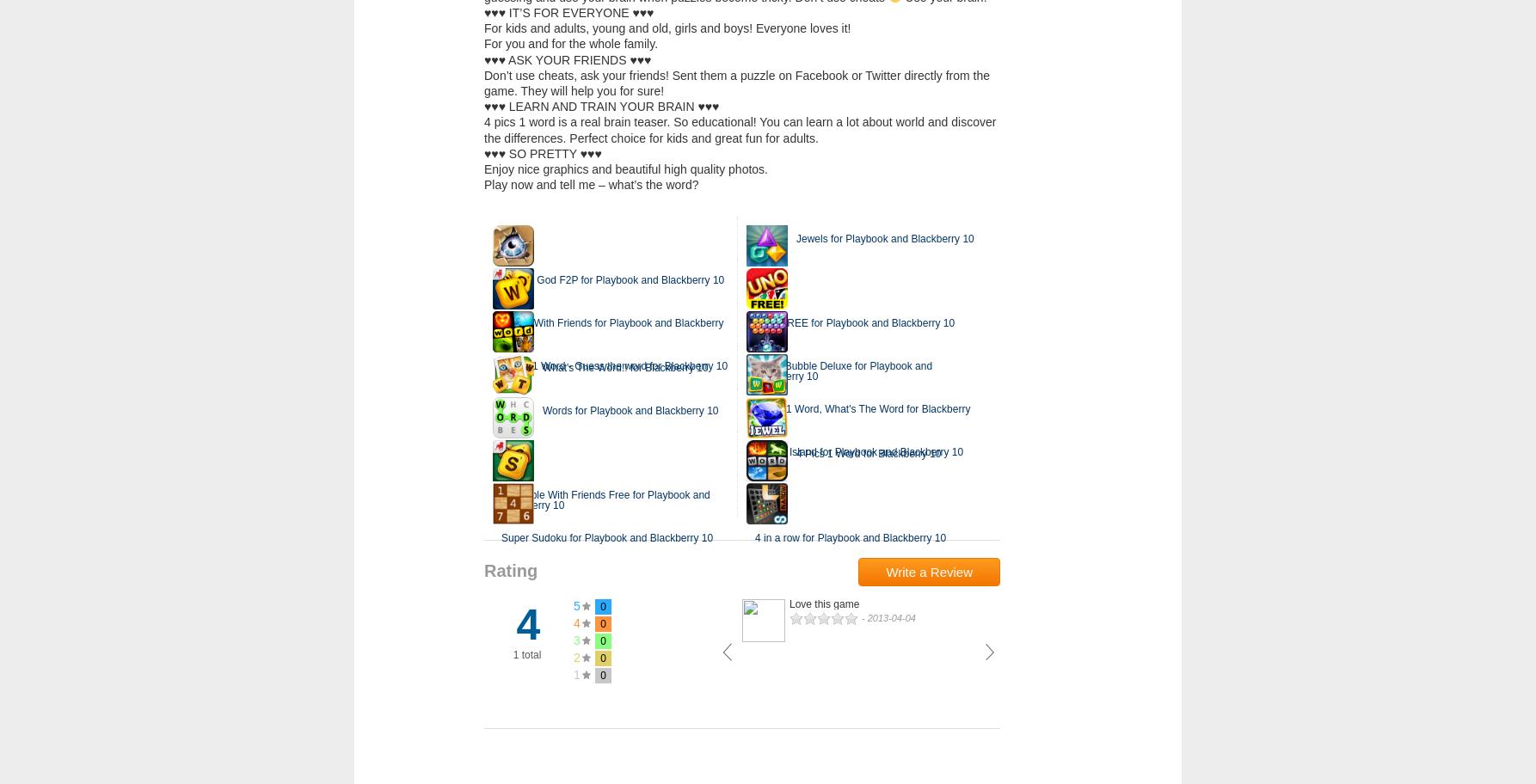 This screenshot has height=784, width=1536. What do you see at coordinates (612, 328) in the screenshot?
I see `'Words With Friends for Playbook and Blackberry 10'` at bounding box center [612, 328].